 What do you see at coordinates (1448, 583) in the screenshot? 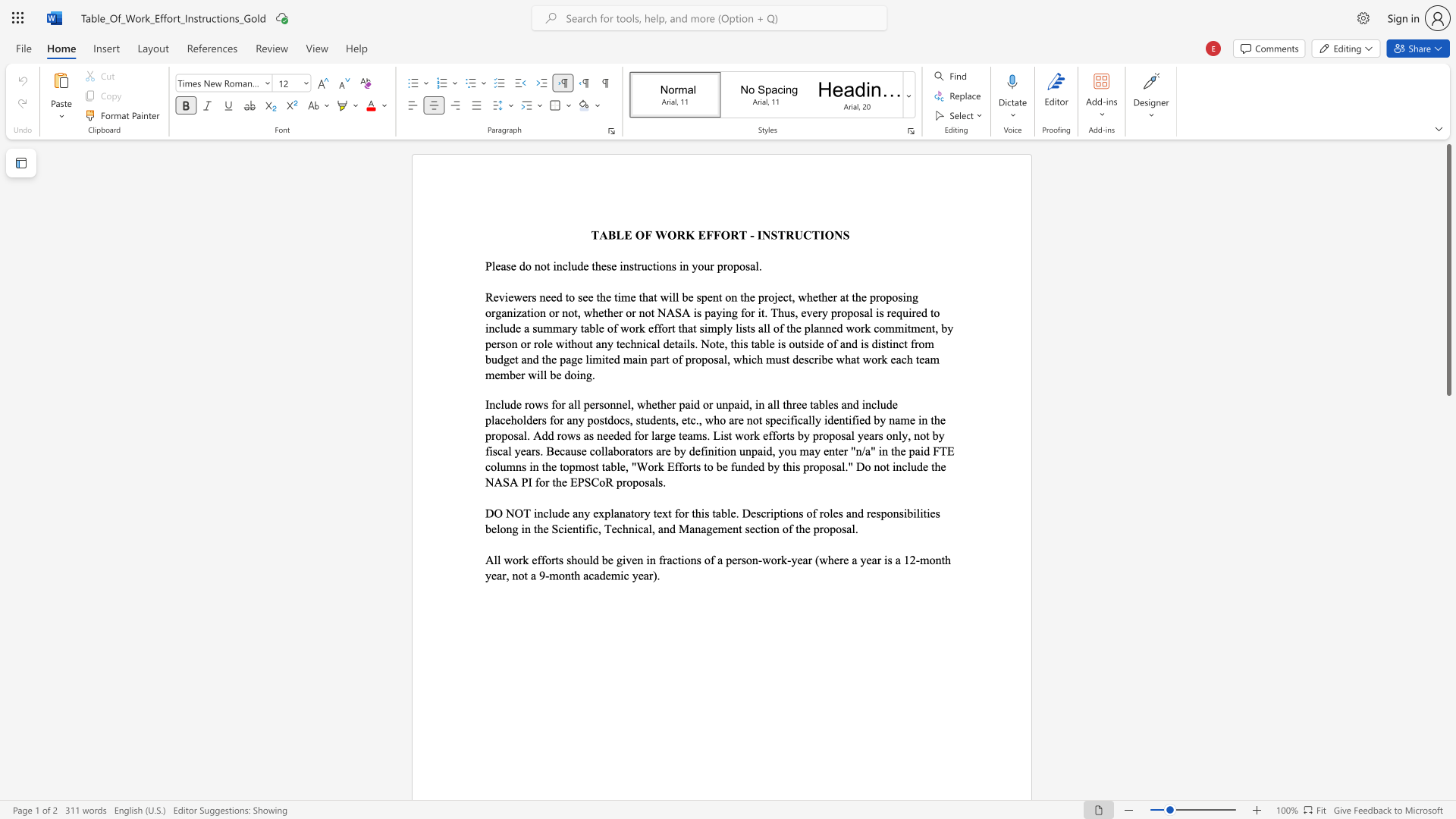
I see `the scrollbar to adjust the page downward` at bounding box center [1448, 583].